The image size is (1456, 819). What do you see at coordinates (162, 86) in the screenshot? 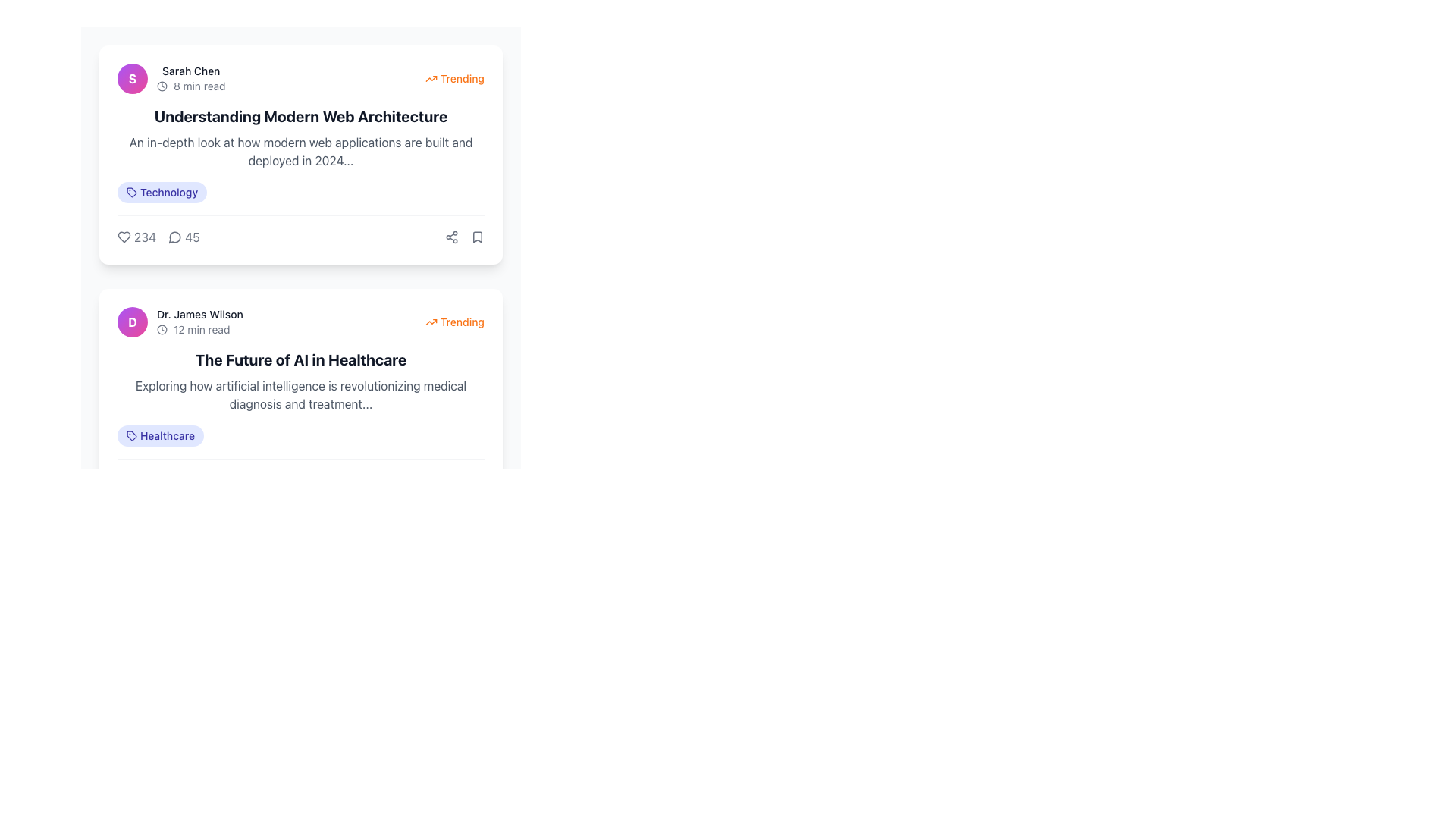
I see `the time duration icon located to the left of the '8 min read' text` at bounding box center [162, 86].